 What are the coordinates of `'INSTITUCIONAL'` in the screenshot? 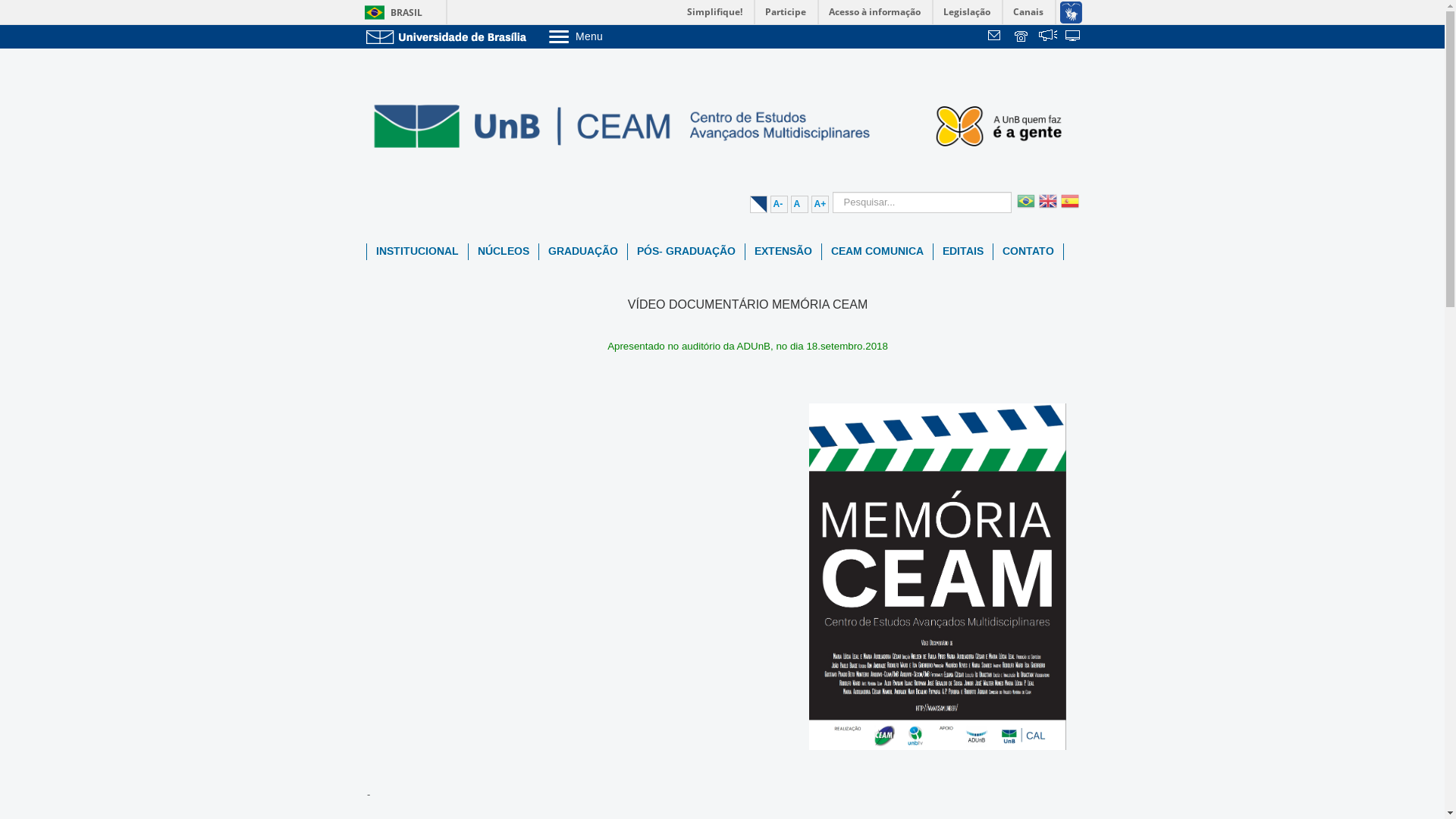 It's located at (417, 250).